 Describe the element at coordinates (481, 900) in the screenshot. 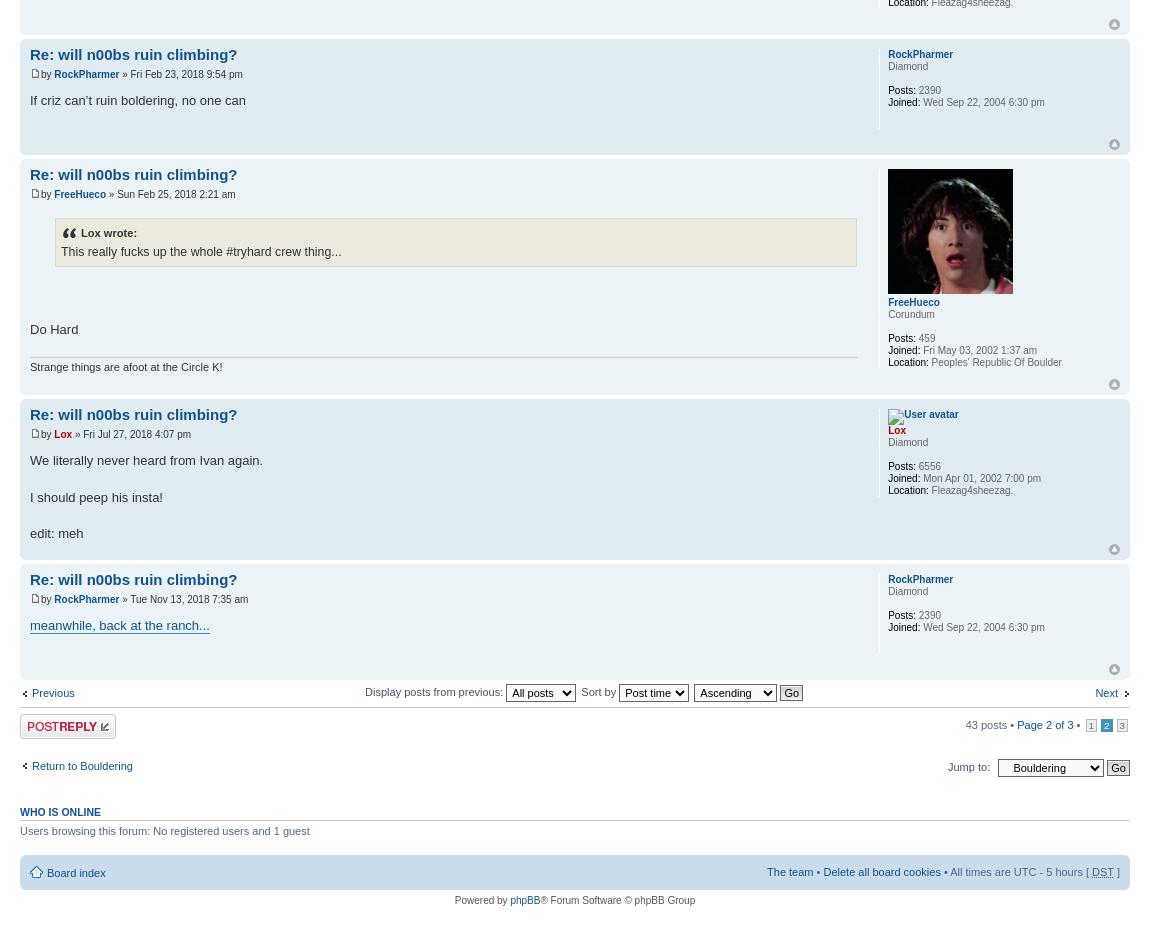

I see `'Powered by'` at that location.